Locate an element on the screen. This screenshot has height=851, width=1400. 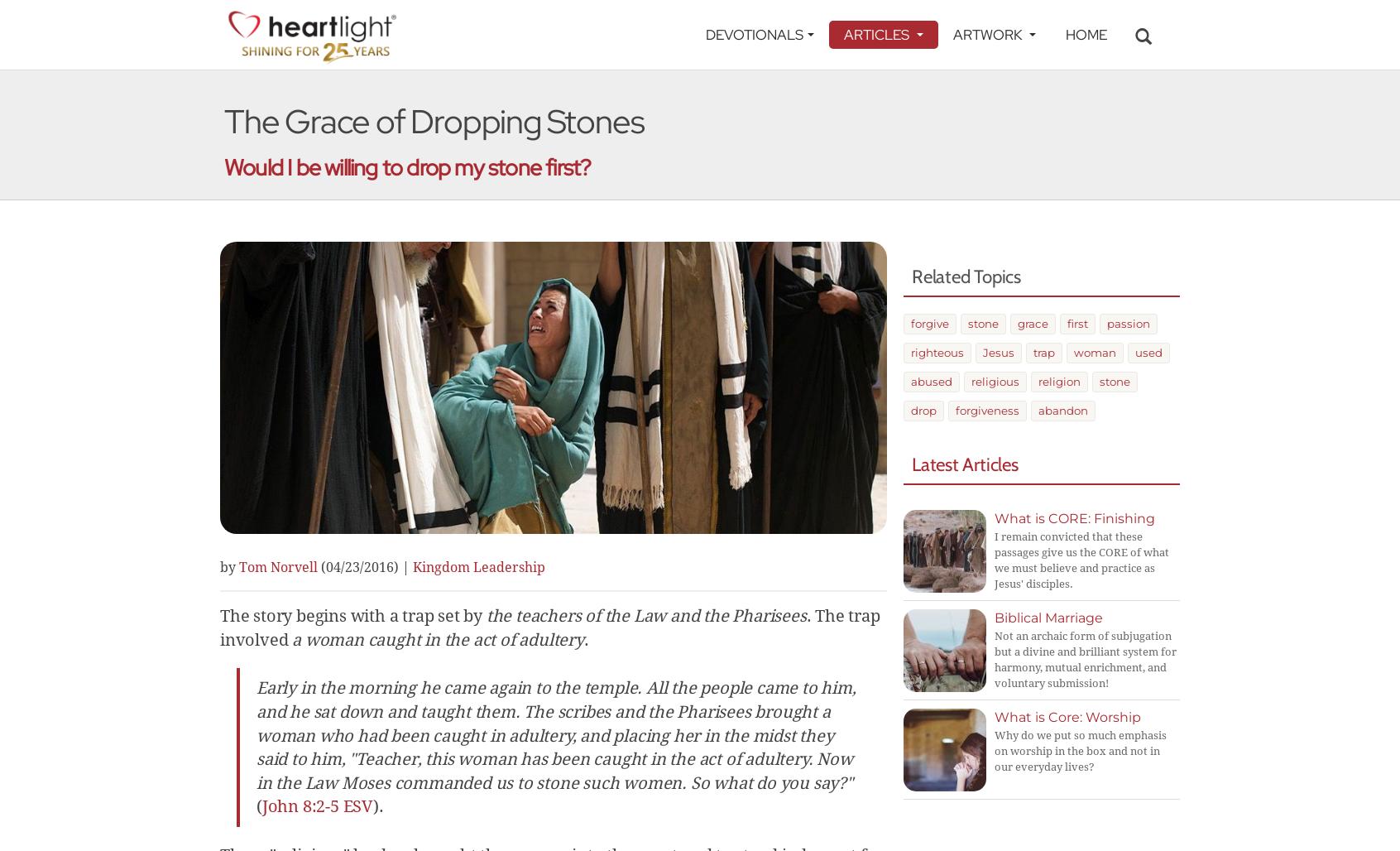
'the teachers of the Law and the Pharisees' is located at coordinates (645, 614).